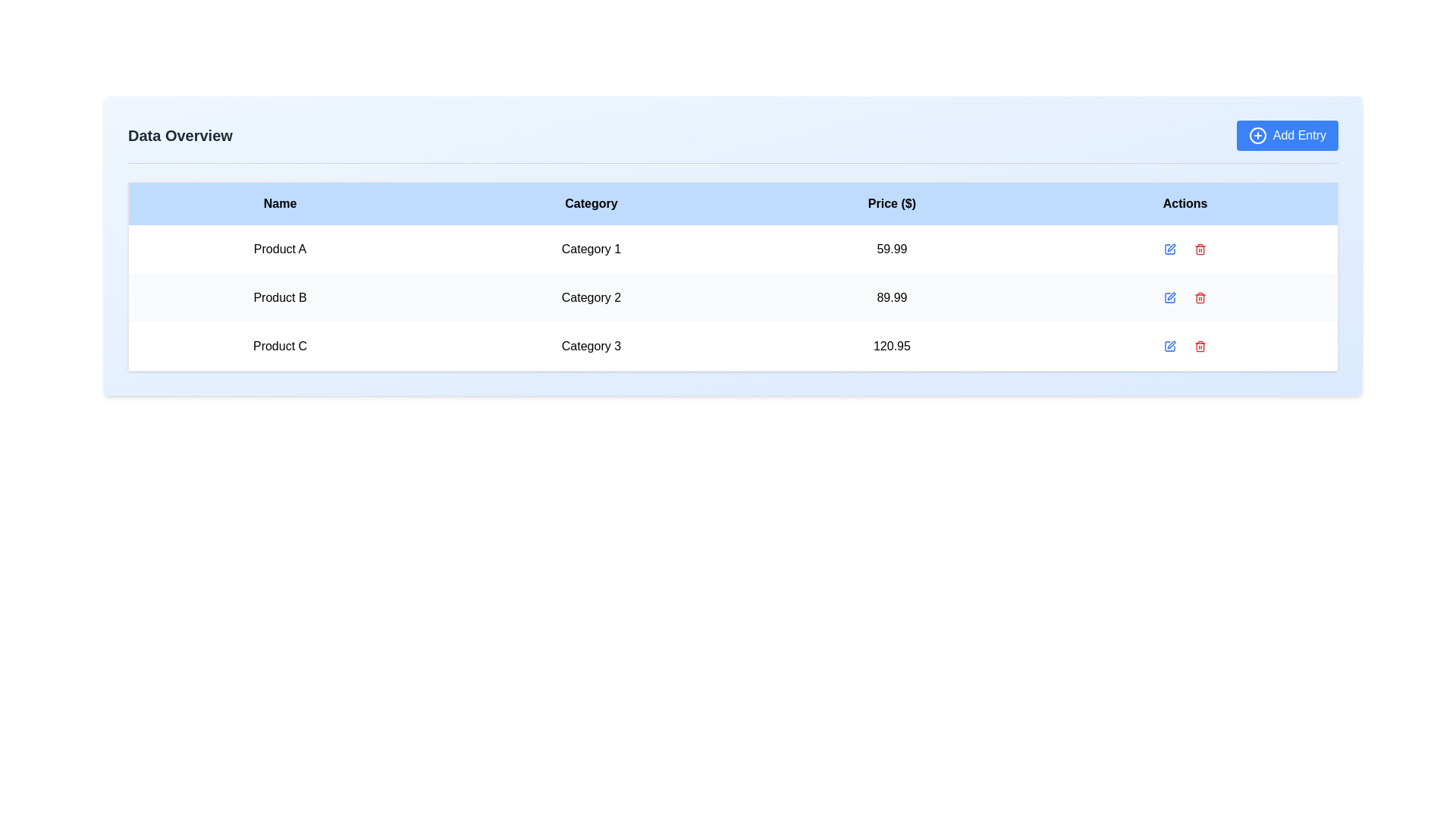  I want to click on the SVG graphical element (Circle) that serves as decorative design and visual feedback within the 'Add Entry' button, located in the top-right corner of the table interface, so click(1257, 134).